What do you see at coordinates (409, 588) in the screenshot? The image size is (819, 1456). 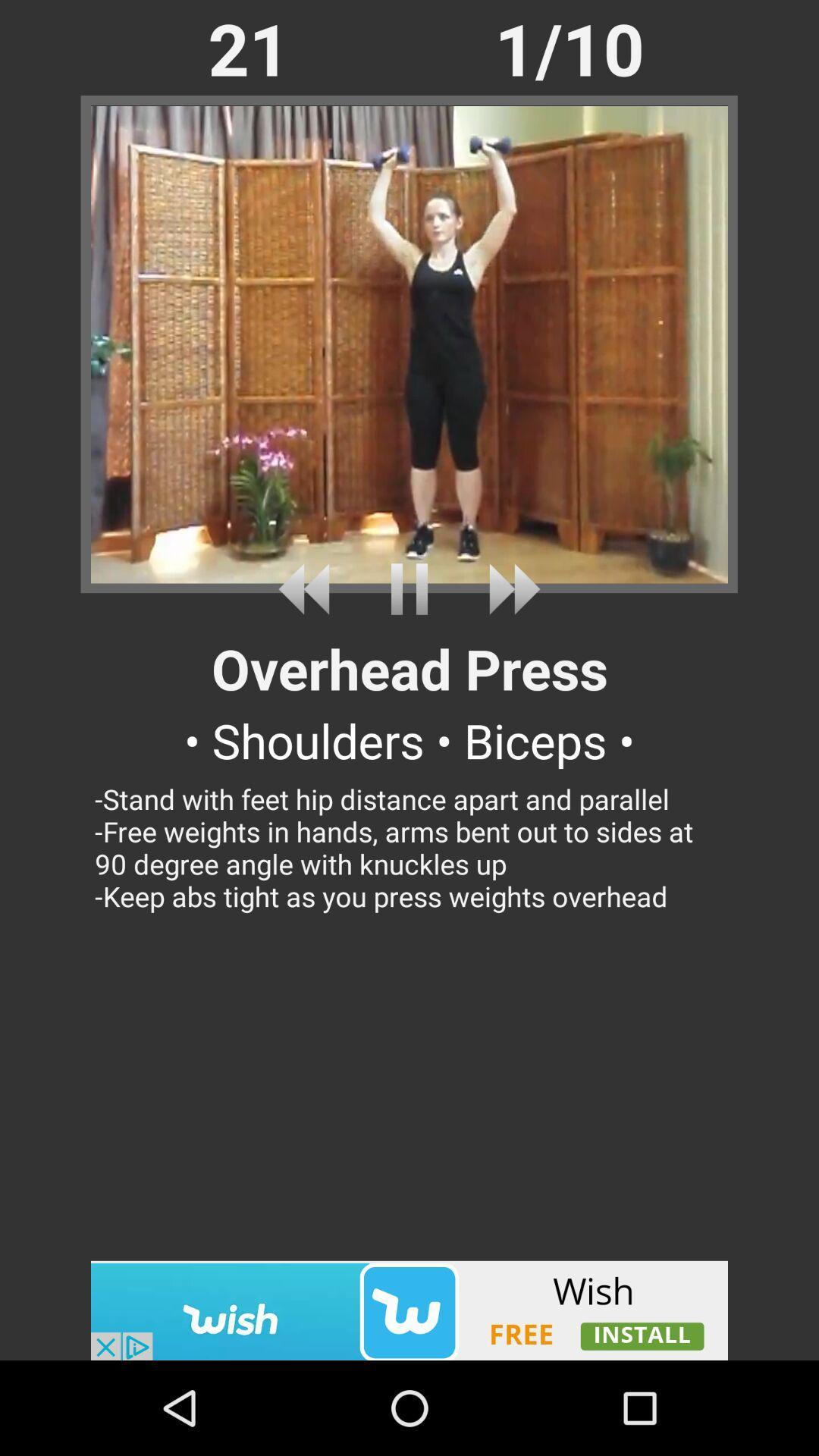 I see `stop` at bounding box center [409, 588].